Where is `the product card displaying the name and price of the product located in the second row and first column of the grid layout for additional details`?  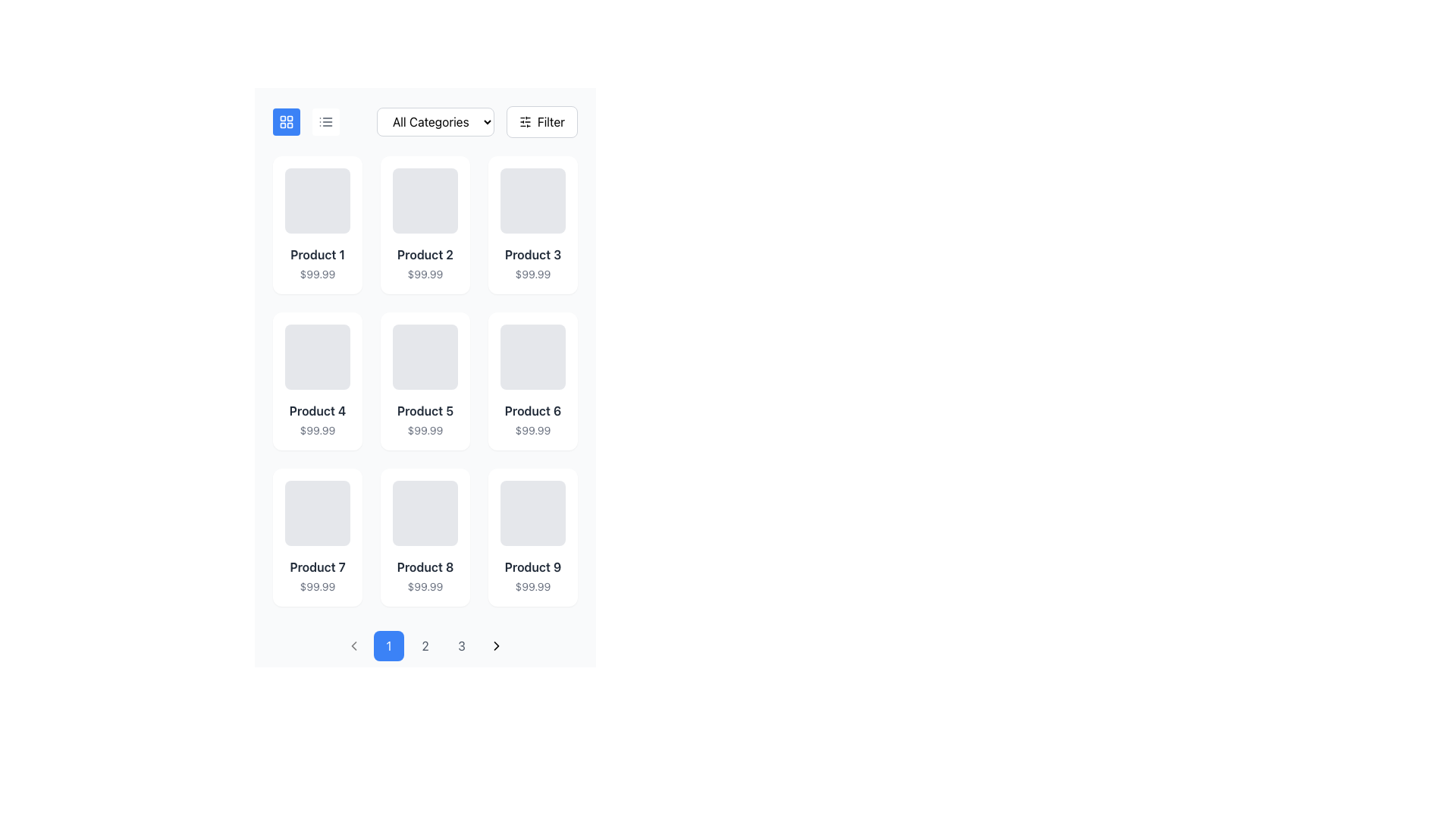 the product card displaying the name and price of the product located in the second row and first column of the grid layout for additional details is located at coordinates (316, 380).